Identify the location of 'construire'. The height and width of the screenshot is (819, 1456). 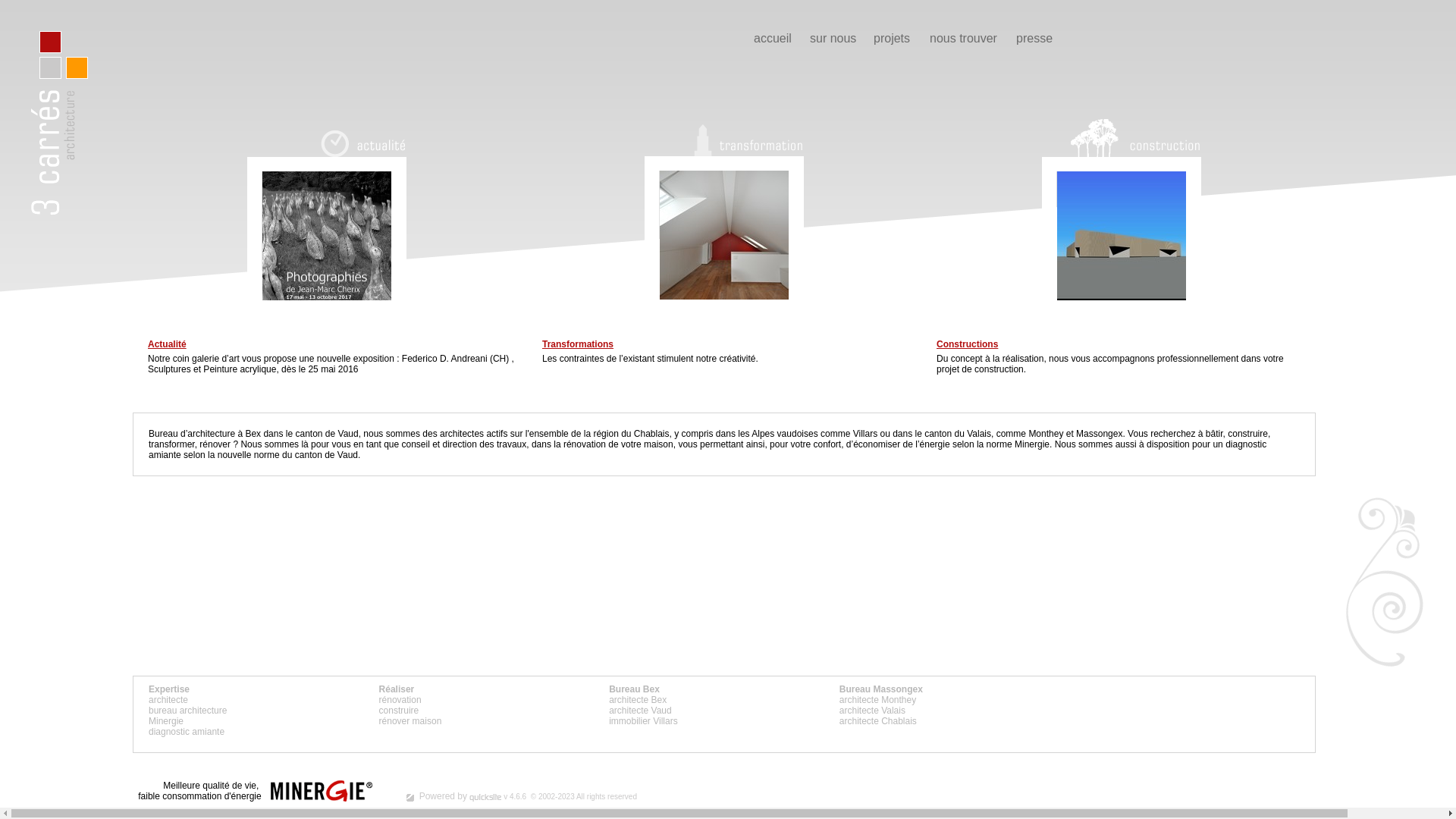
(378, 711).